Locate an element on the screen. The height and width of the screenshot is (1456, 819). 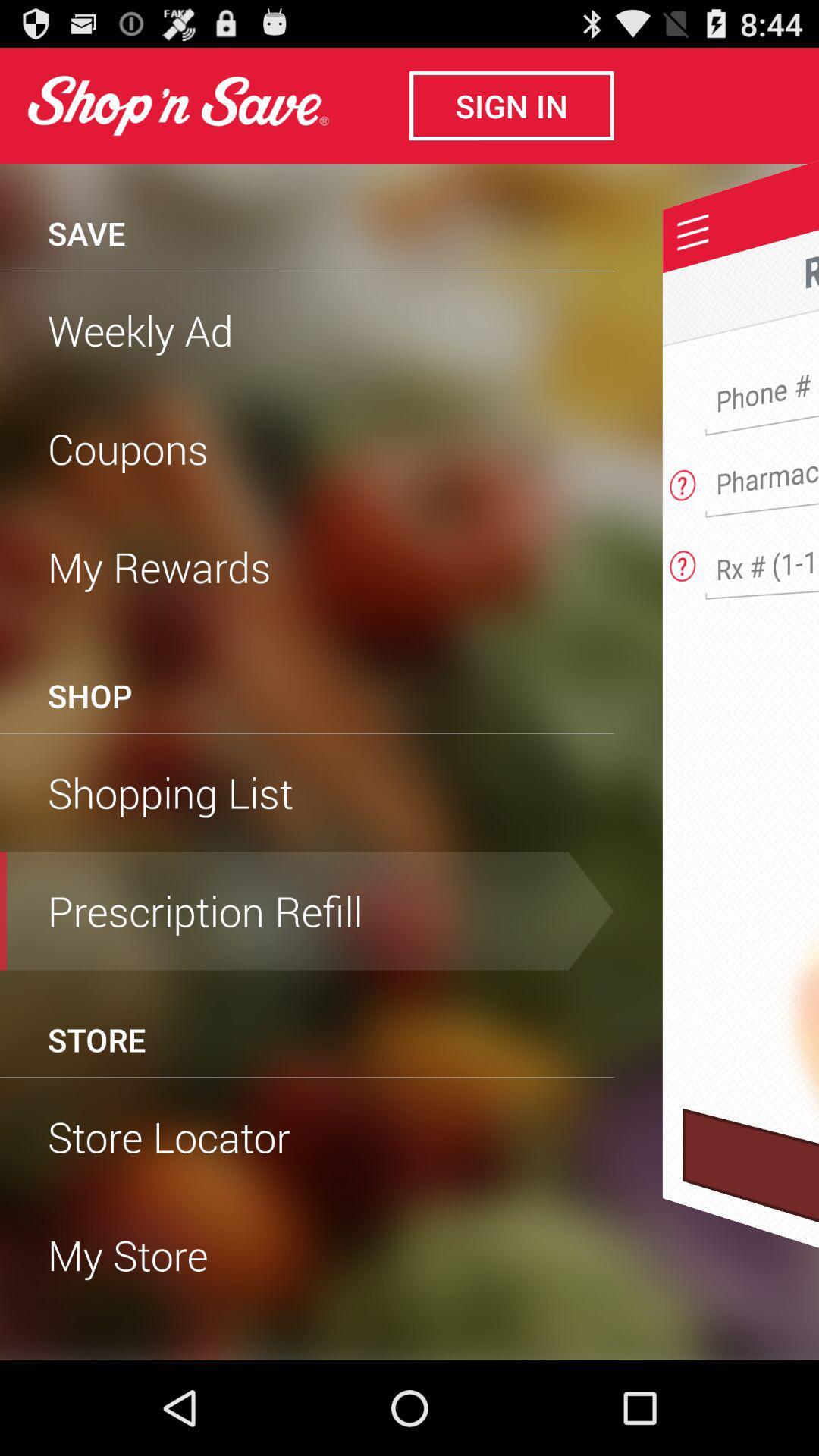
view answer is located at coordinates (682, 480).